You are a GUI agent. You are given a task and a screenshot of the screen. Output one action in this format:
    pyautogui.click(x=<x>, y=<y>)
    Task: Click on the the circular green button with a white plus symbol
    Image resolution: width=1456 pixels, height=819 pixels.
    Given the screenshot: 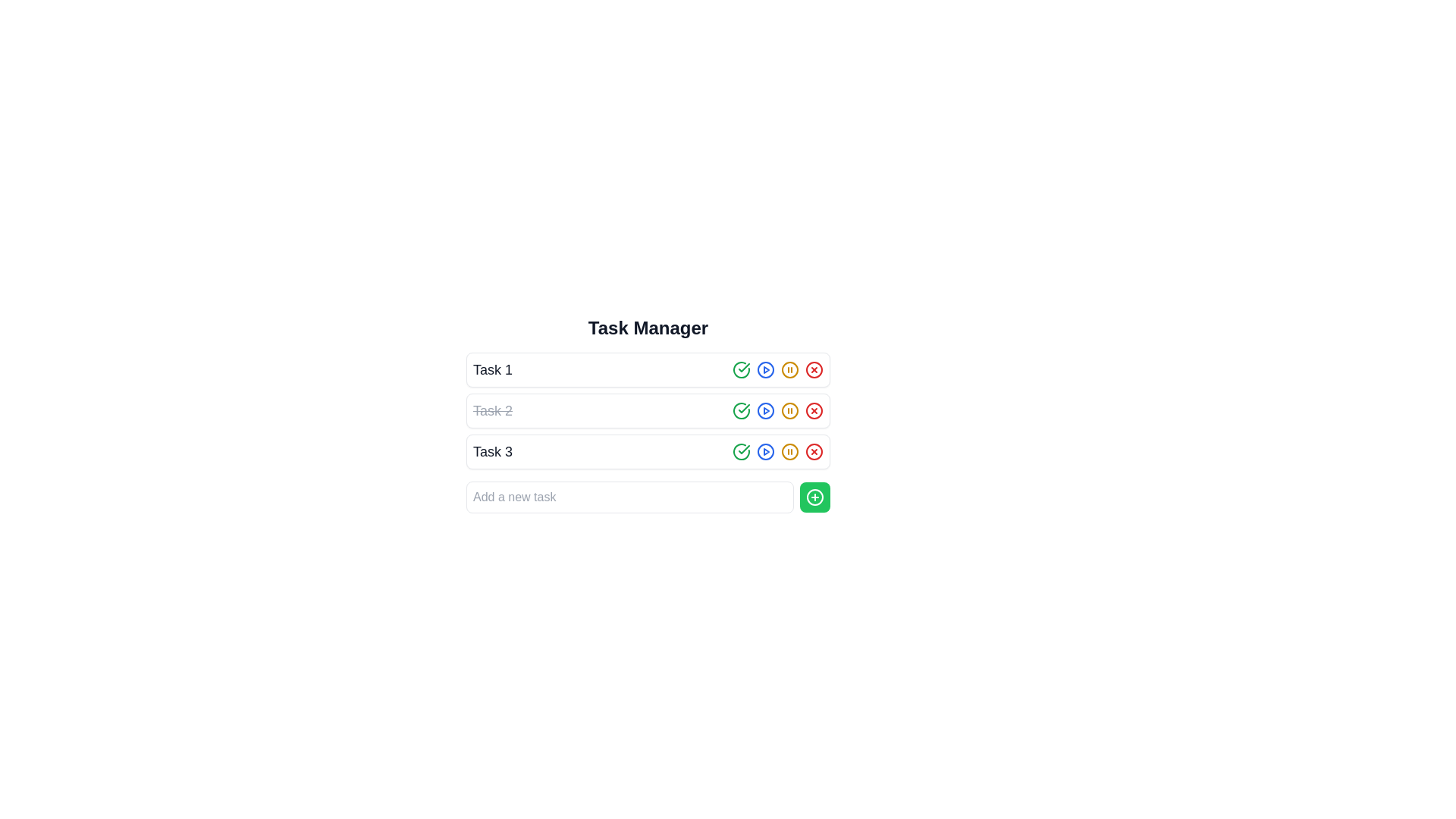 What is the action you would take?
    pyautogui.click(x=814, y=497)
    